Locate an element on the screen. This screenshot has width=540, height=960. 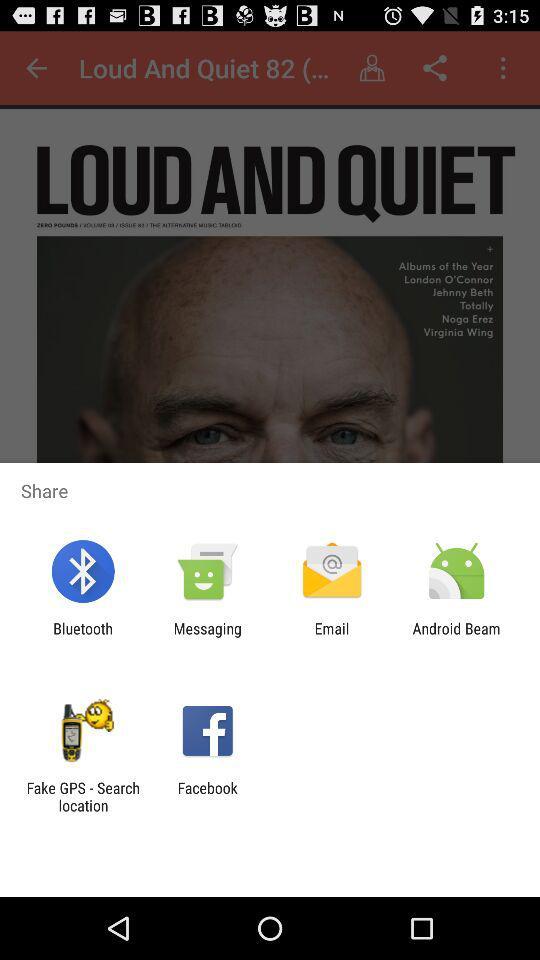
app next to android beam icon is located at coordinates (332, 636).